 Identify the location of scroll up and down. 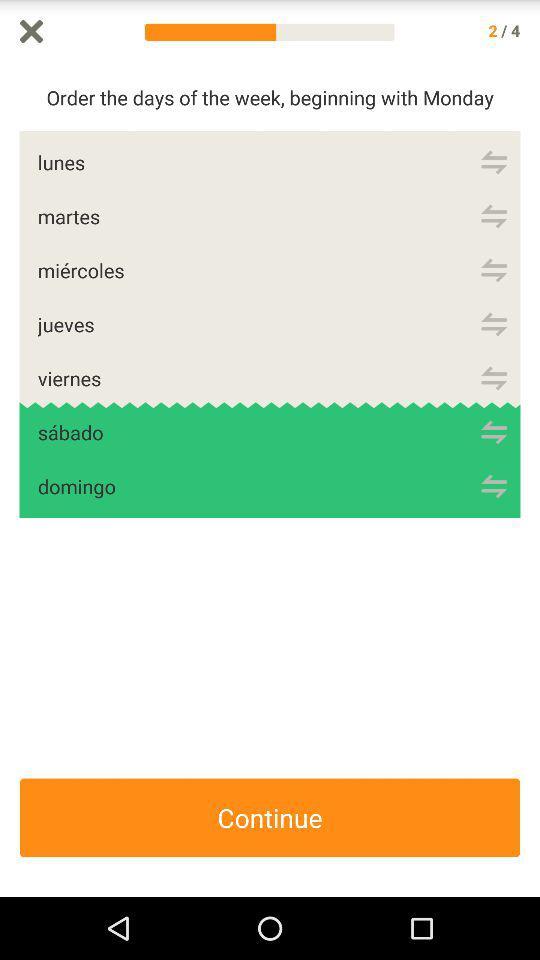
(530, 480).